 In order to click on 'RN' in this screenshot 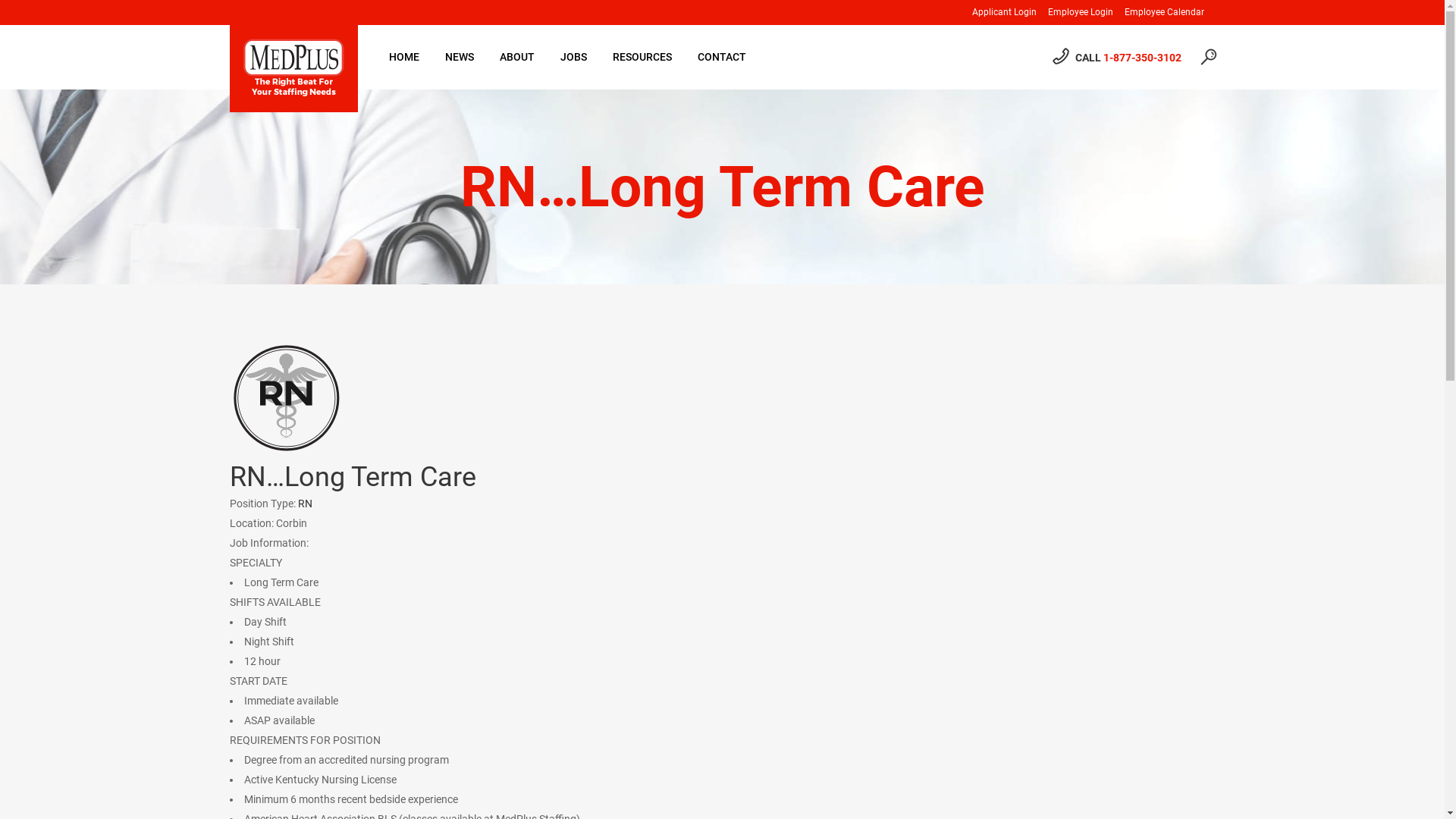, I will do `click(297, 503)`.